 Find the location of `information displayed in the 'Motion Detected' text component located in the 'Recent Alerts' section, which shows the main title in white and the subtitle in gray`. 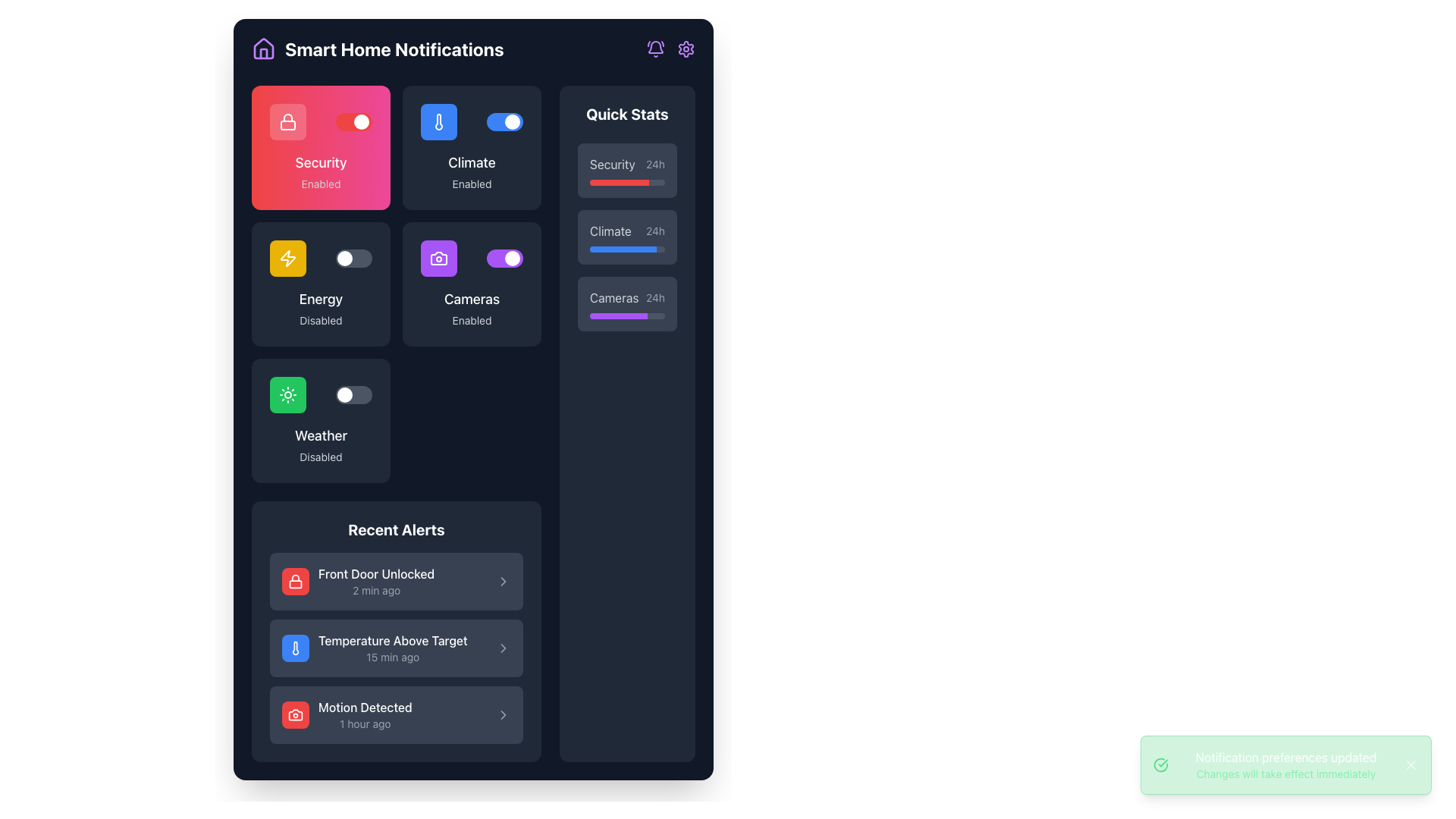

information displayed in the 'Motion Detected' text component located in the 'Recent Alerts' section, which shows the main title in white and the subtitle in gray is located at coordinates (365, 714).